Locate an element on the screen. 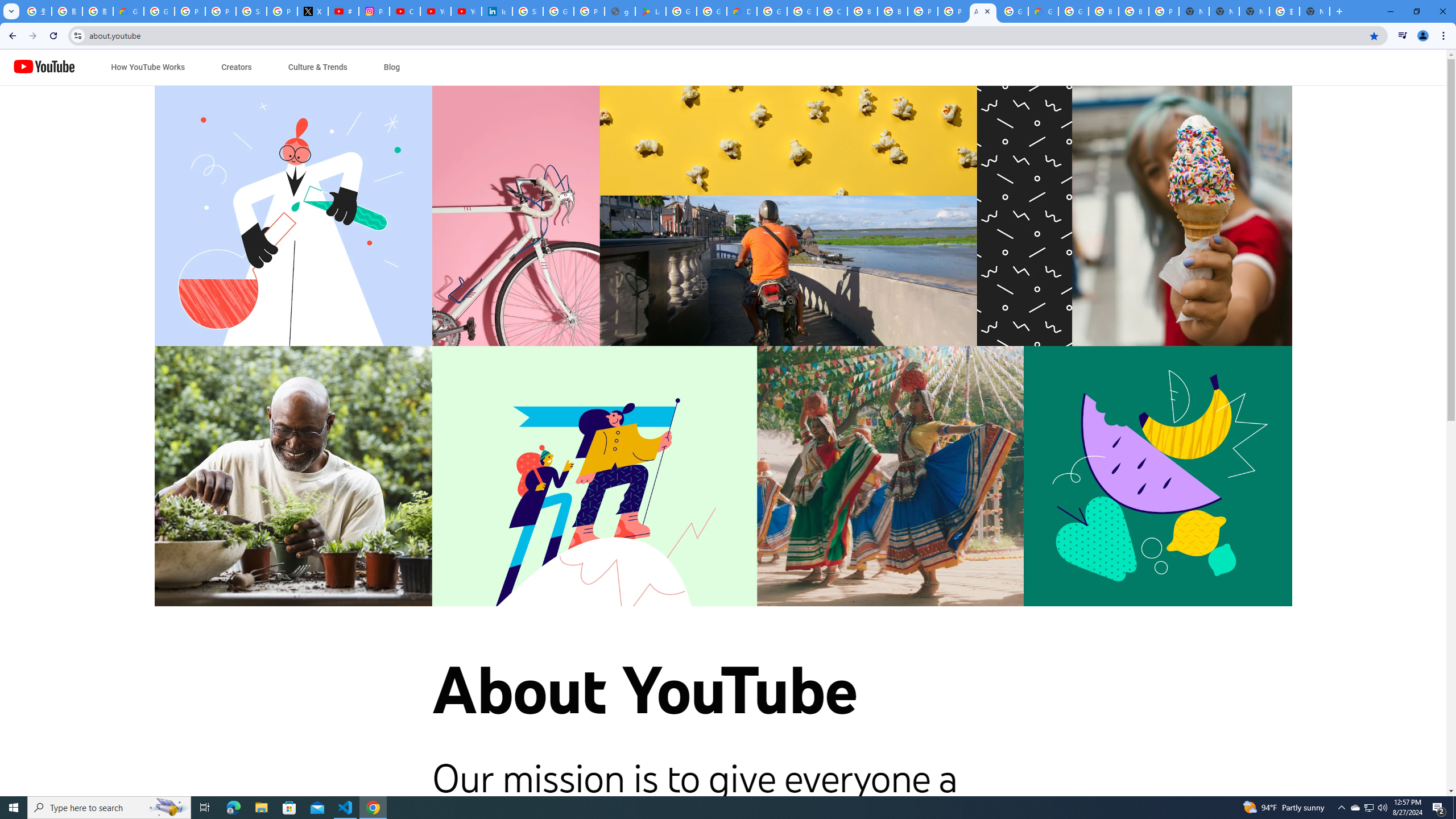  'YouTube Culture & Trends - YouTube Top 10, 2021' is located at coordinates (466, 11).